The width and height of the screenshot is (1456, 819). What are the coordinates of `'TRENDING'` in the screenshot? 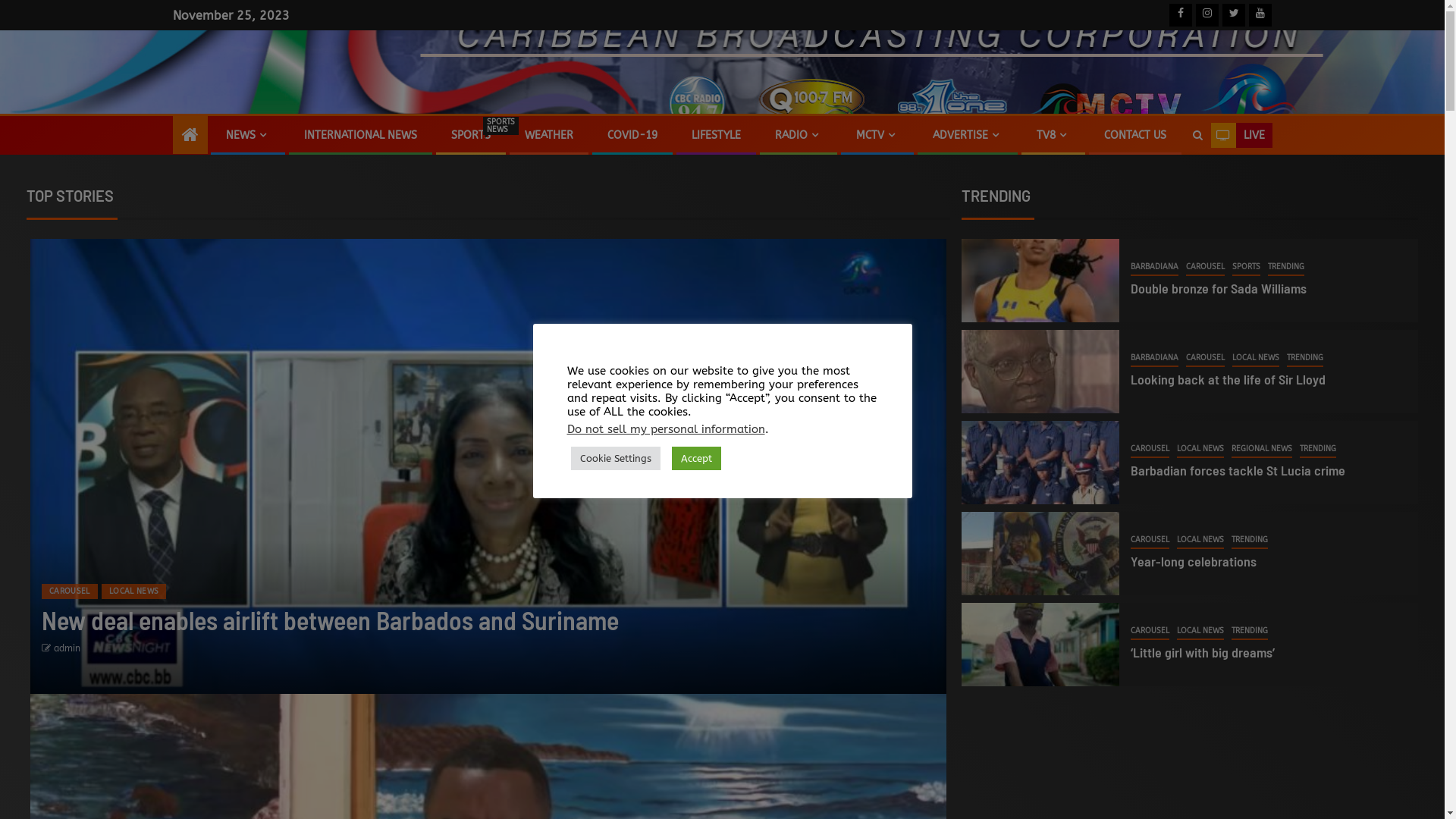 It's located at (1316, 449).